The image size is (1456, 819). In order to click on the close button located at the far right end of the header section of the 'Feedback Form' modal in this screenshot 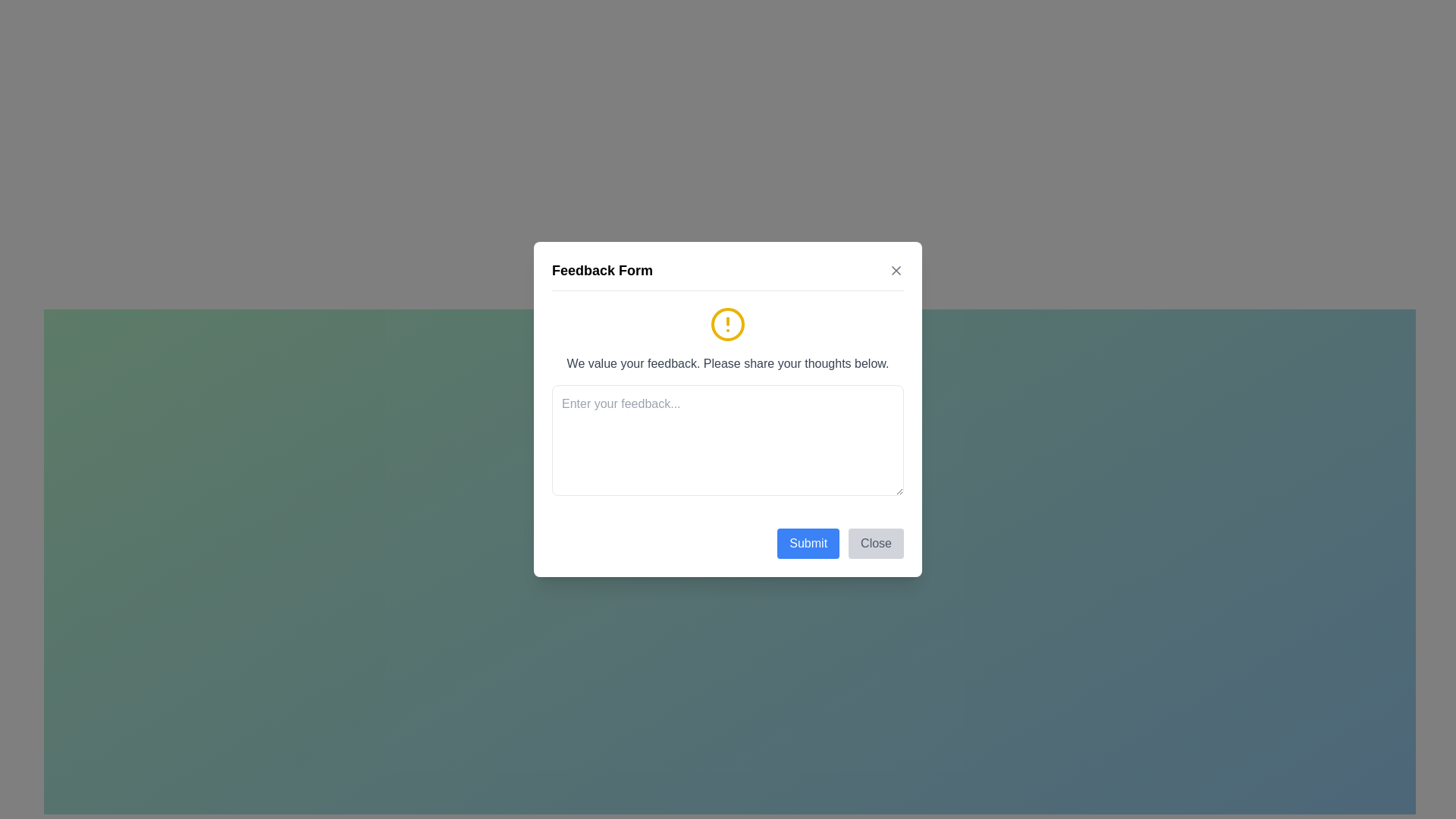, I will do `click(896, 270)`.